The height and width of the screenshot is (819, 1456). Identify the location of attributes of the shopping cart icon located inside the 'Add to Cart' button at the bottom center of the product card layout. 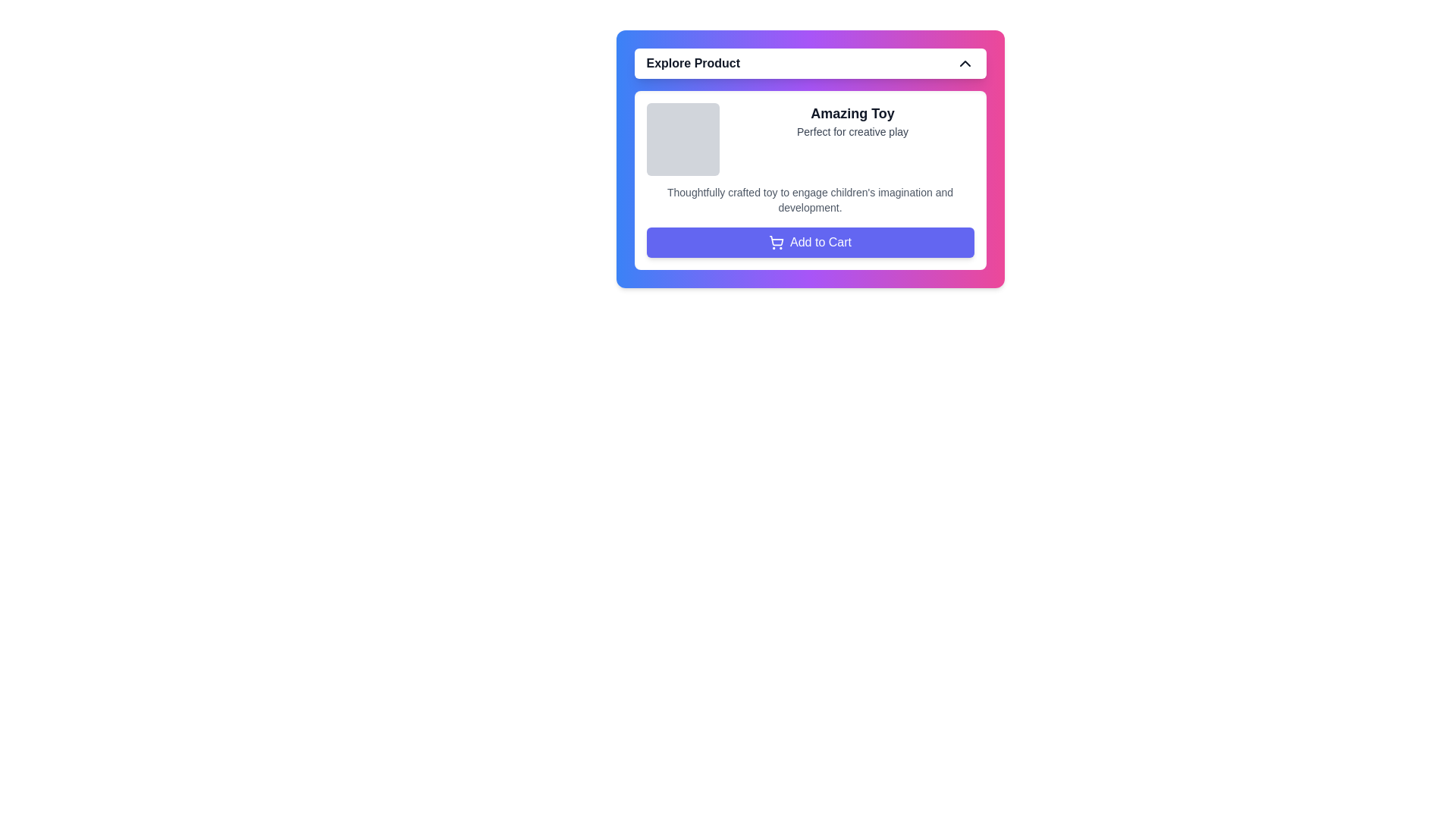
(776, 242).